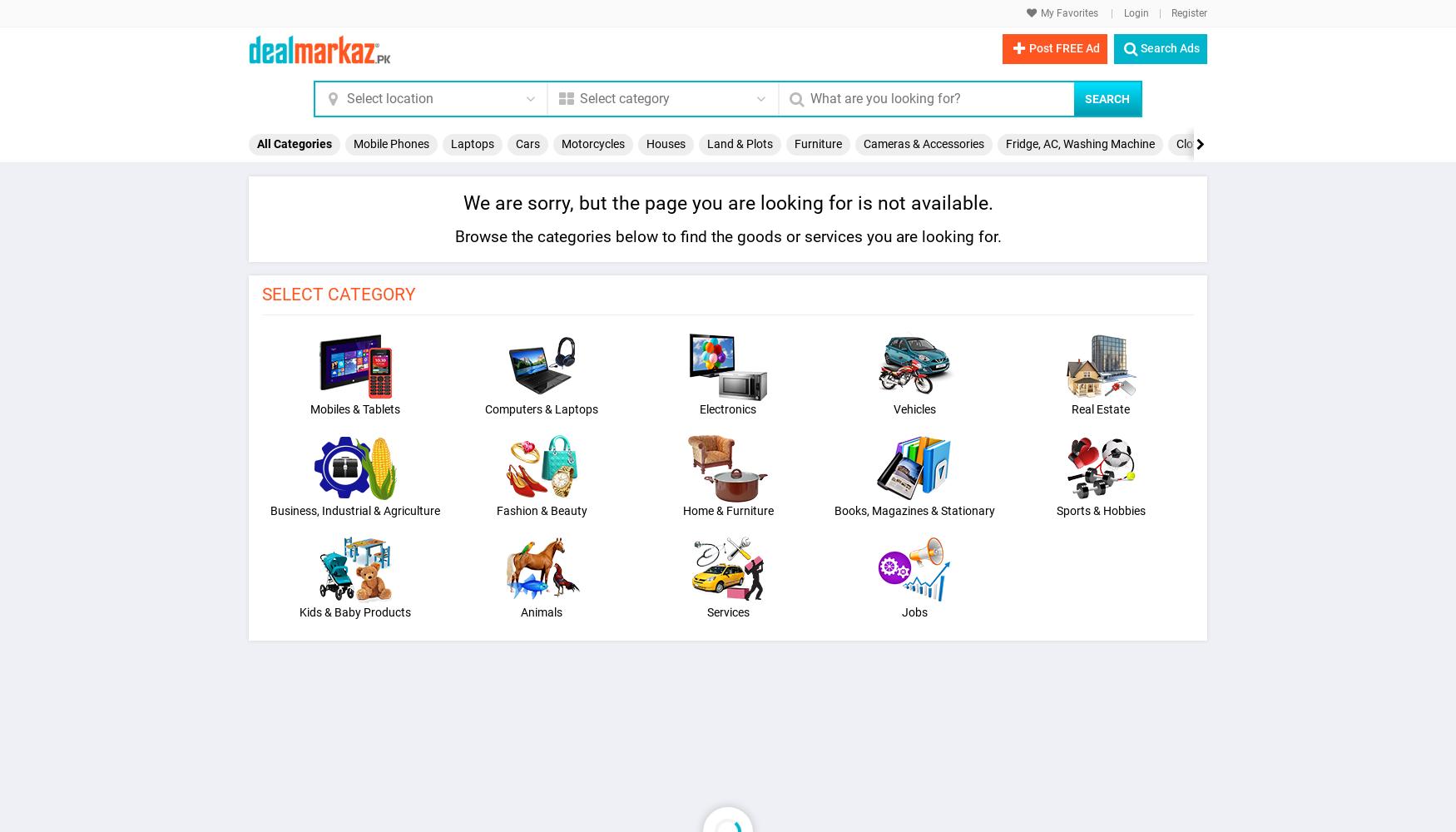 Image resolution: width=1456 pixels, height=832 pixels. Describe the element at coordinates (540, 509) in the screenshot. I see `'Fashion & Beauty'` at that location.